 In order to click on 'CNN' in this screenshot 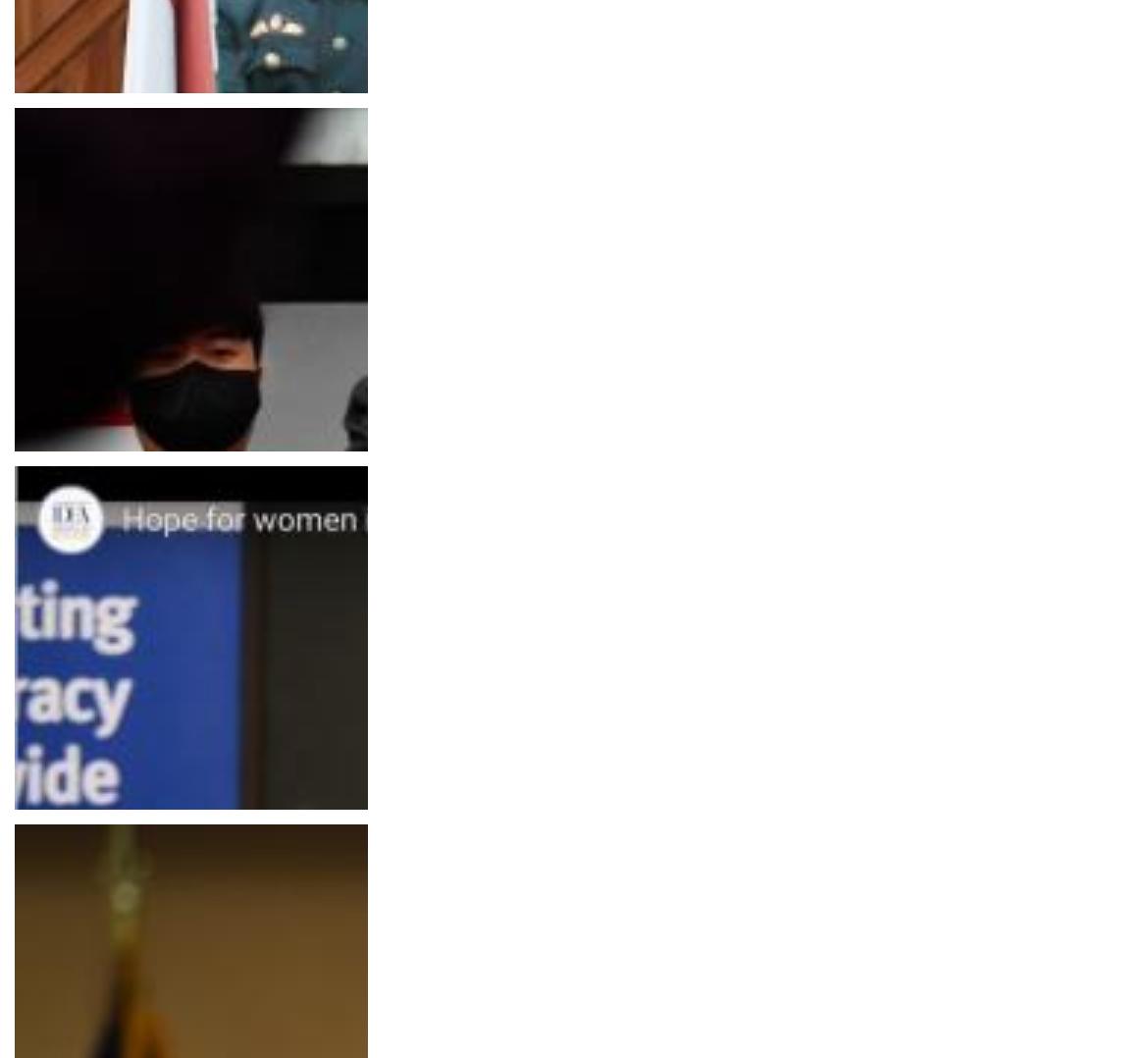, I will do `click(46, 847)`.